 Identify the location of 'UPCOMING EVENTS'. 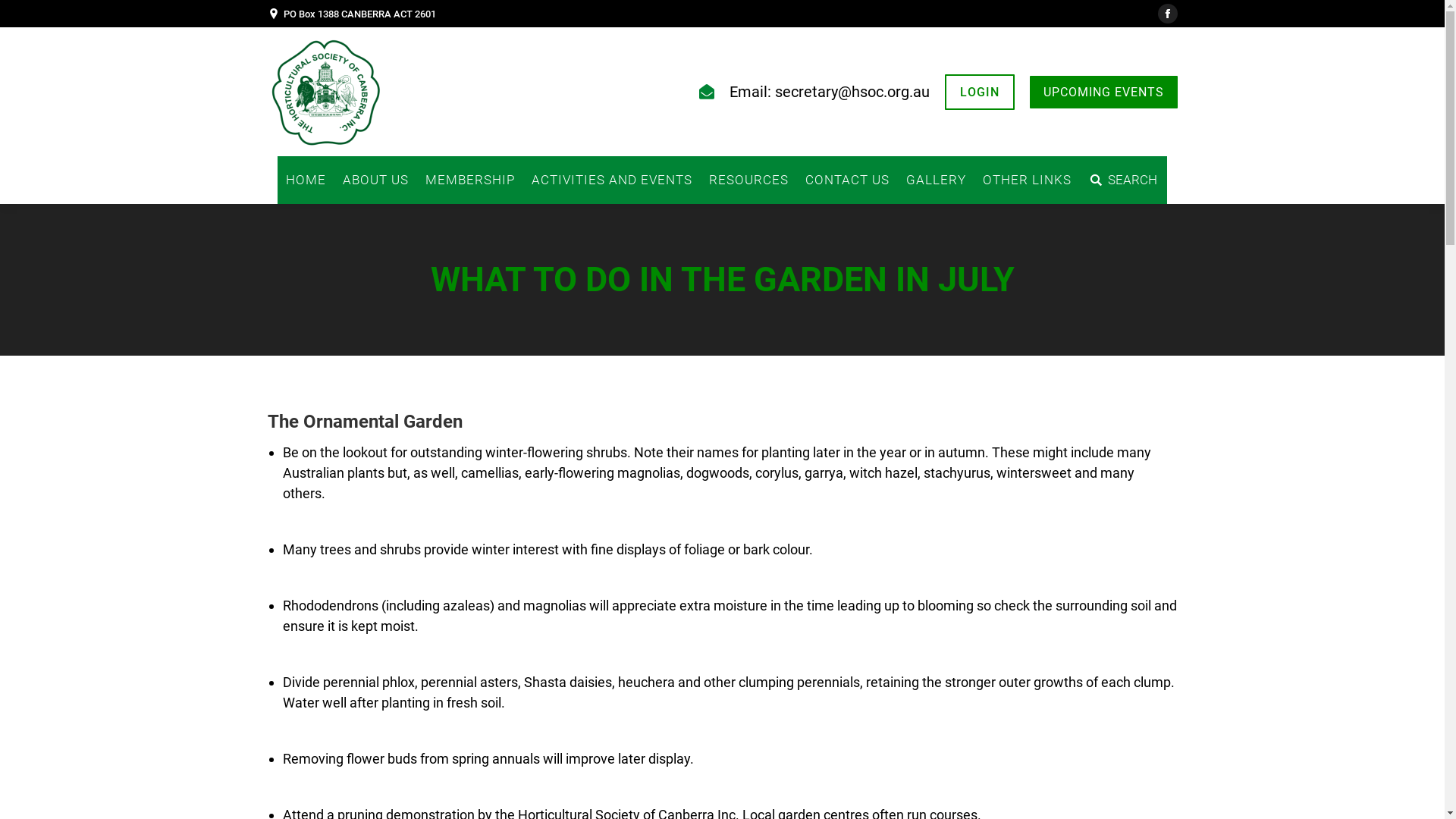
(1103, 92).